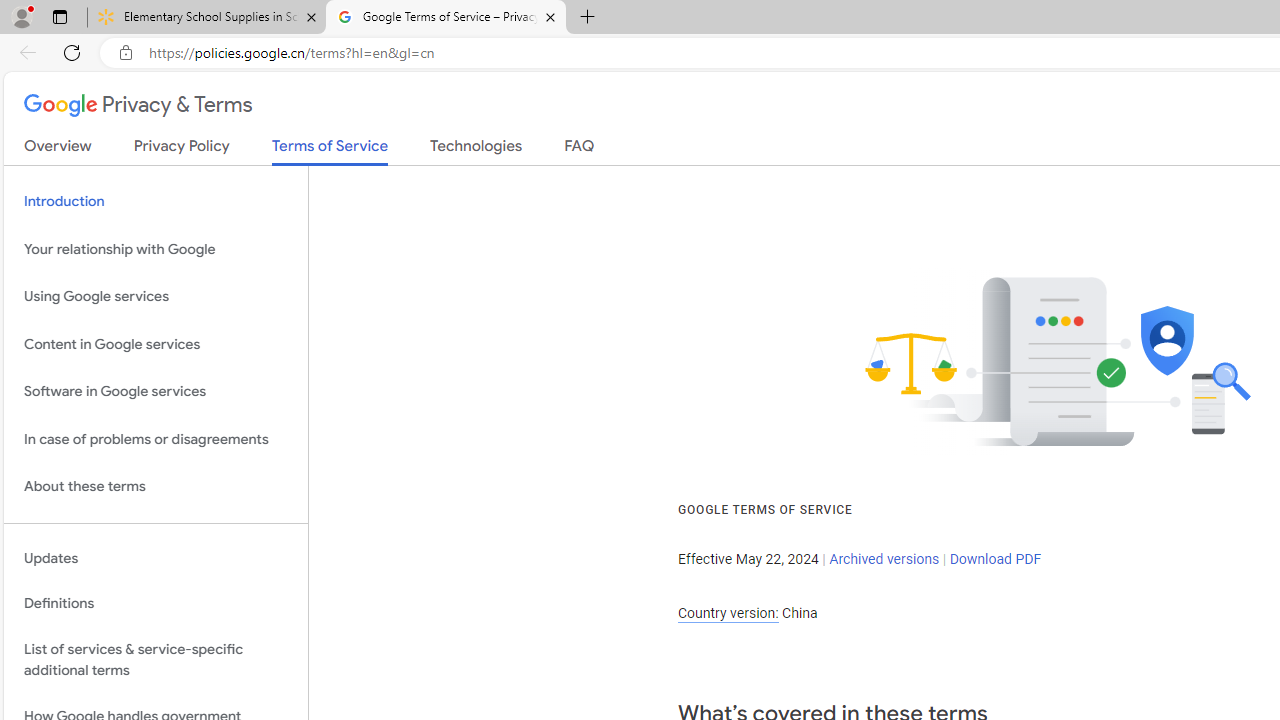 The image size is (1280, 720). I want to click on 'Overview', so click(58, 149).